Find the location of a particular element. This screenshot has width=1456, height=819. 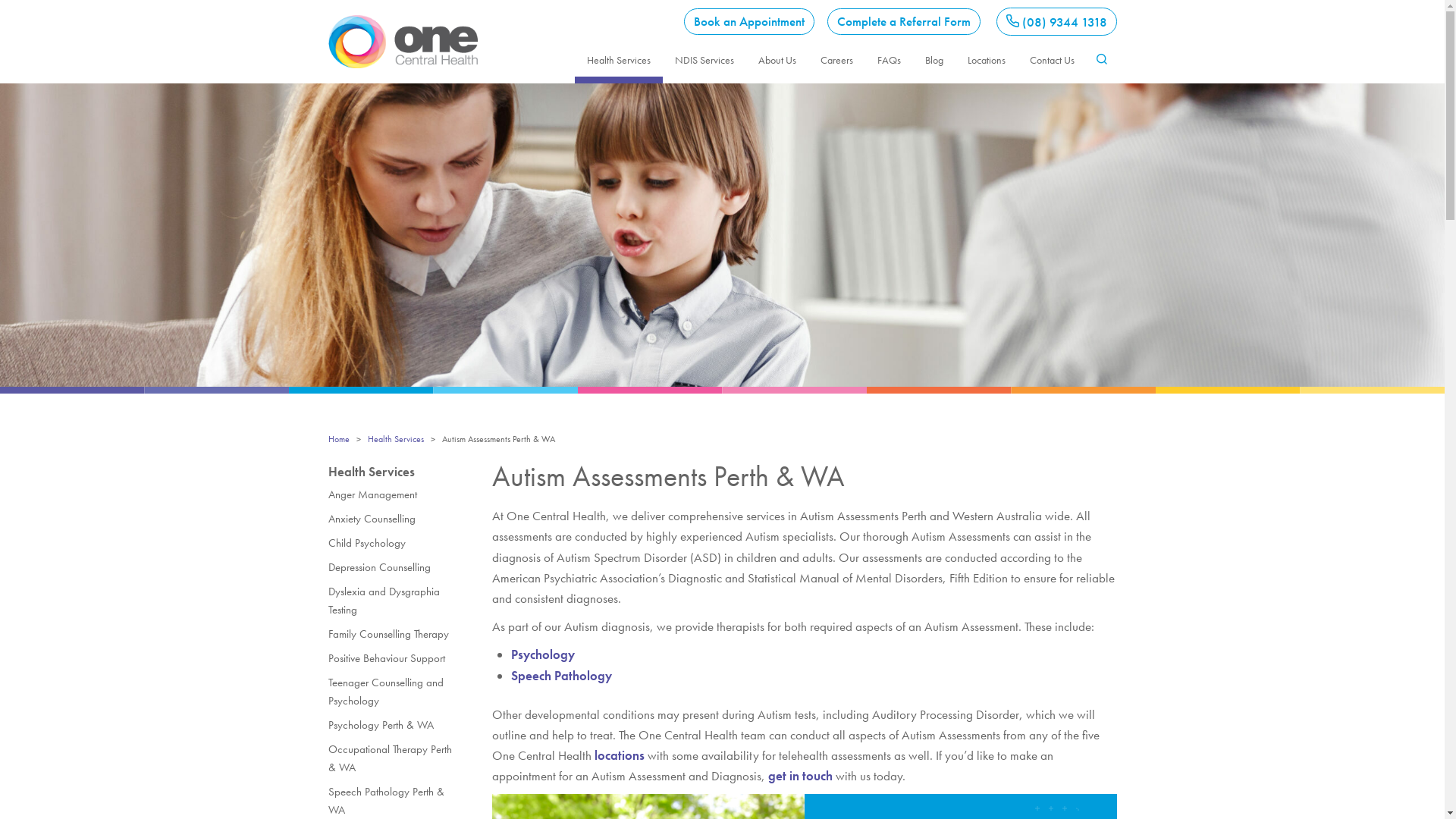

'Health Services' is located at coordinates (619, 58).